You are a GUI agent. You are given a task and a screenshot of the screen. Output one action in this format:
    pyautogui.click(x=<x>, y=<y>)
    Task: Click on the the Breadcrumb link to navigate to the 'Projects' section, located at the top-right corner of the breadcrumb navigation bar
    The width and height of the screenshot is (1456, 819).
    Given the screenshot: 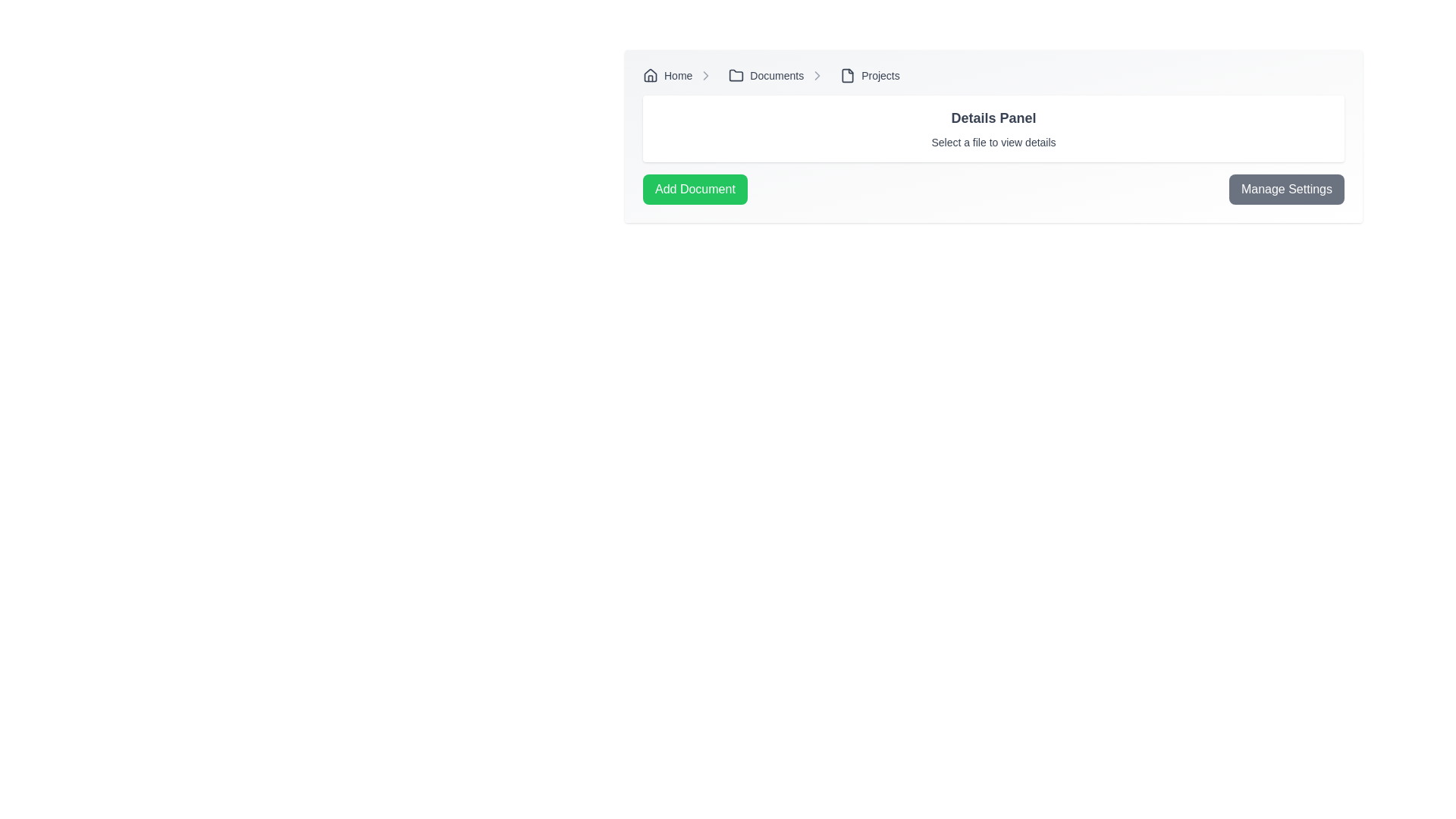 What is the action you would take?
    pyautogui.click(x=870, y=76)
    